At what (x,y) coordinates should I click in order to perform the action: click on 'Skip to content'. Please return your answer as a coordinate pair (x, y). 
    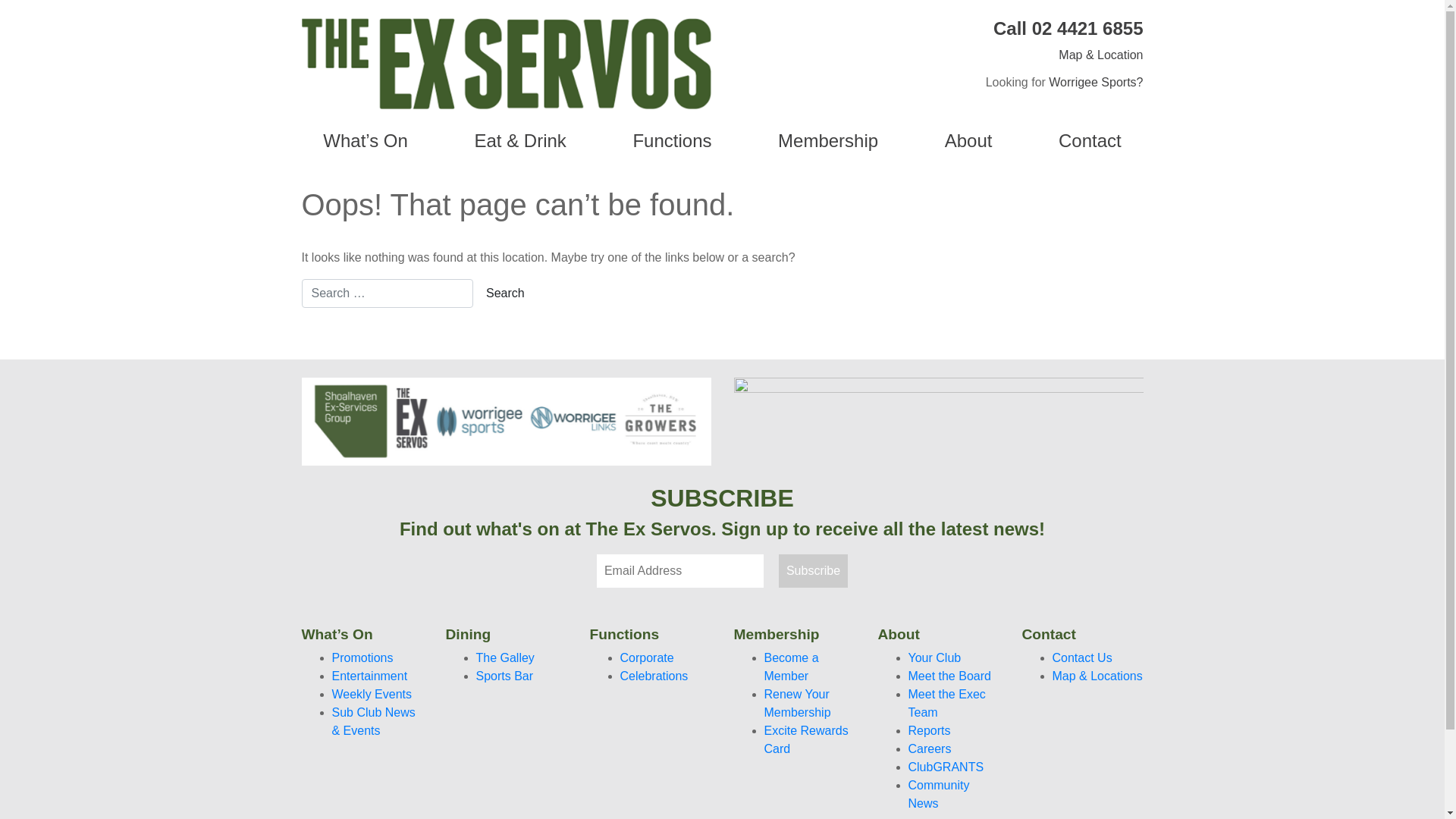
    Looking at the image, I should click on (0, 0).